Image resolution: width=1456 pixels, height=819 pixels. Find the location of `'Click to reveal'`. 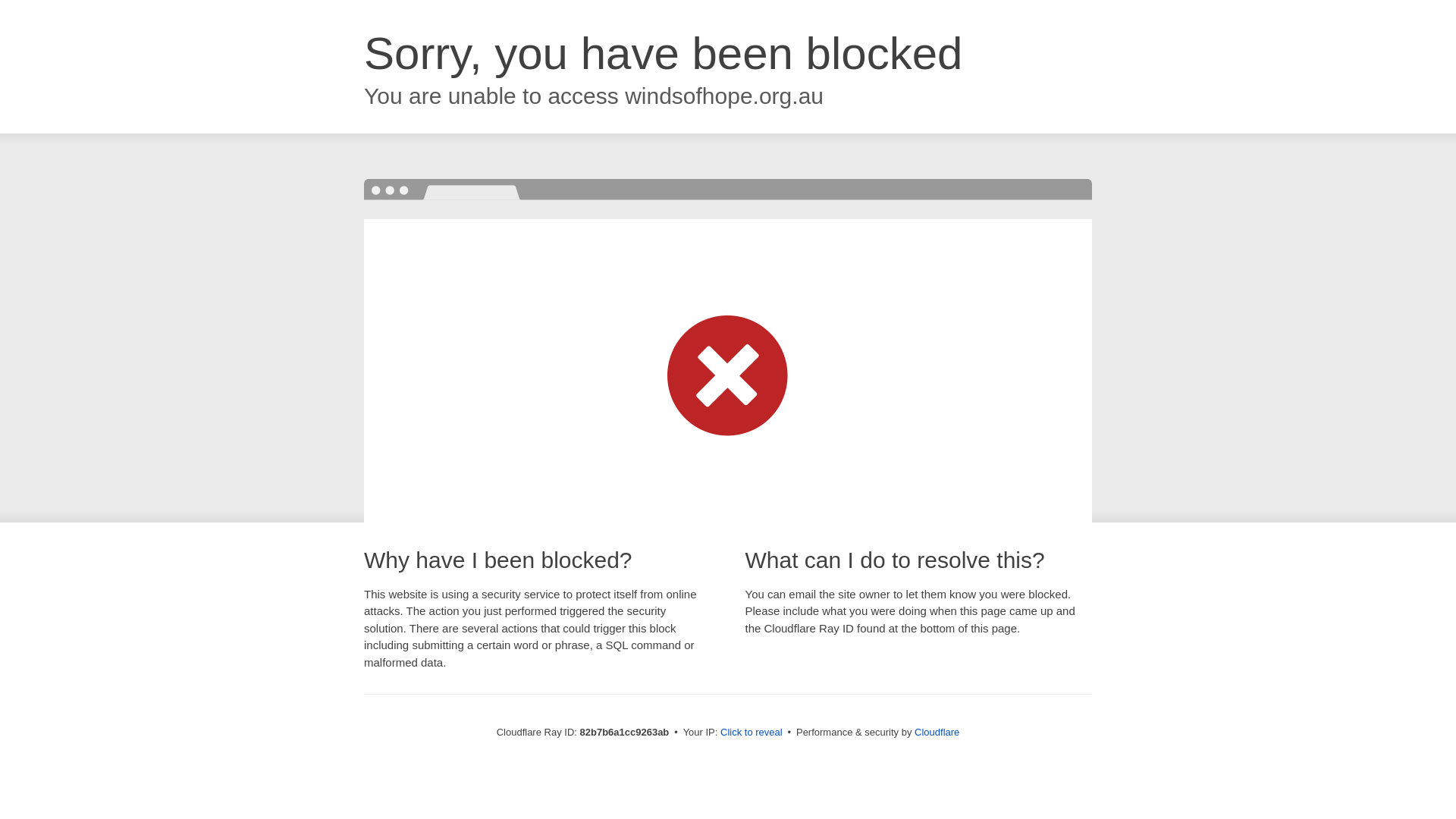

'Click to reveal' is located at coordinates (751, 731).